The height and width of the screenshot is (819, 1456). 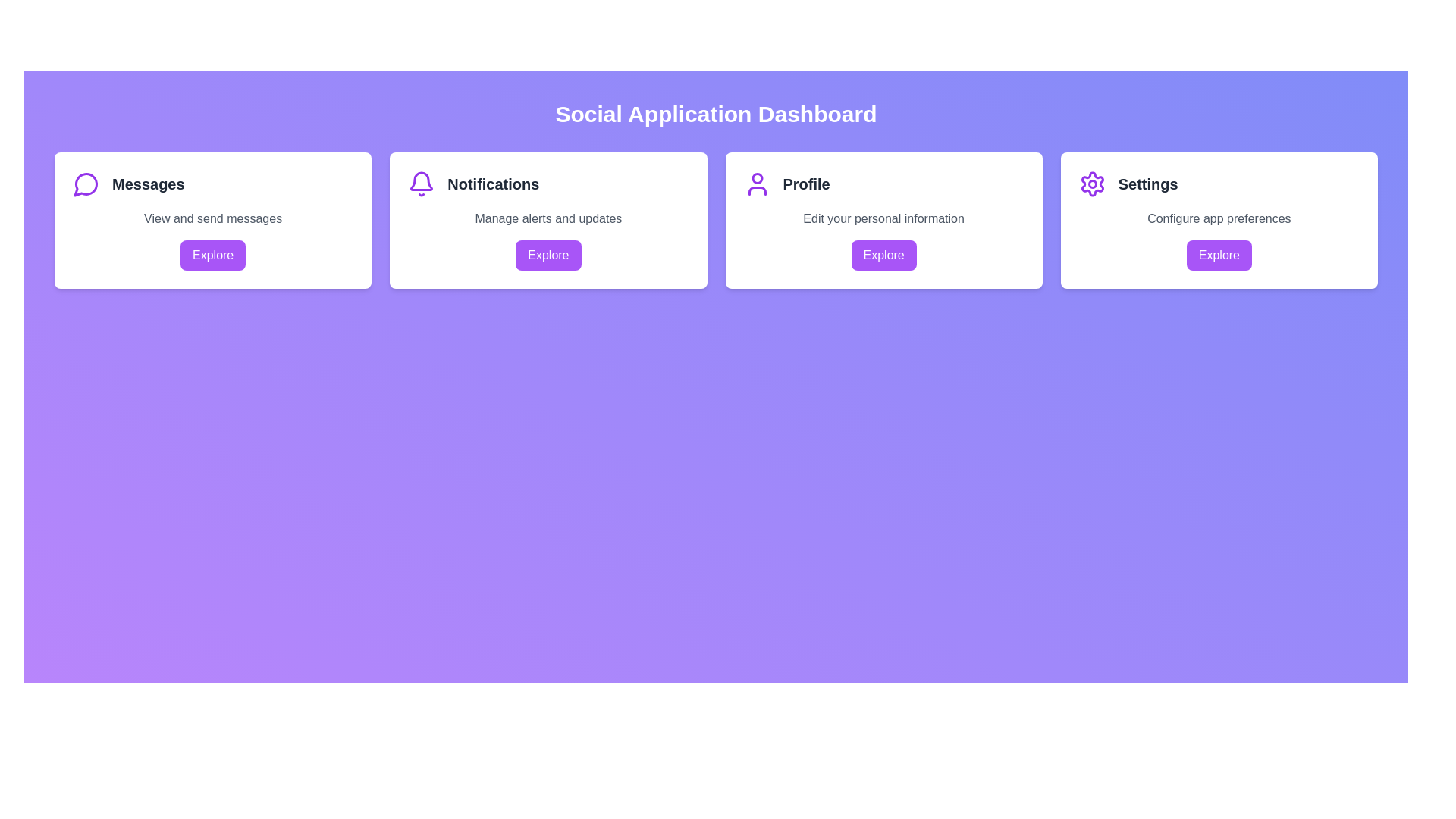 I want to click on the 'Notifications' text label, which is styled with a bold font weight and dark gray color, located in the second card from the left, positioned near the top of the card to the right of a purple bell icon, so click(x=493, y=184).